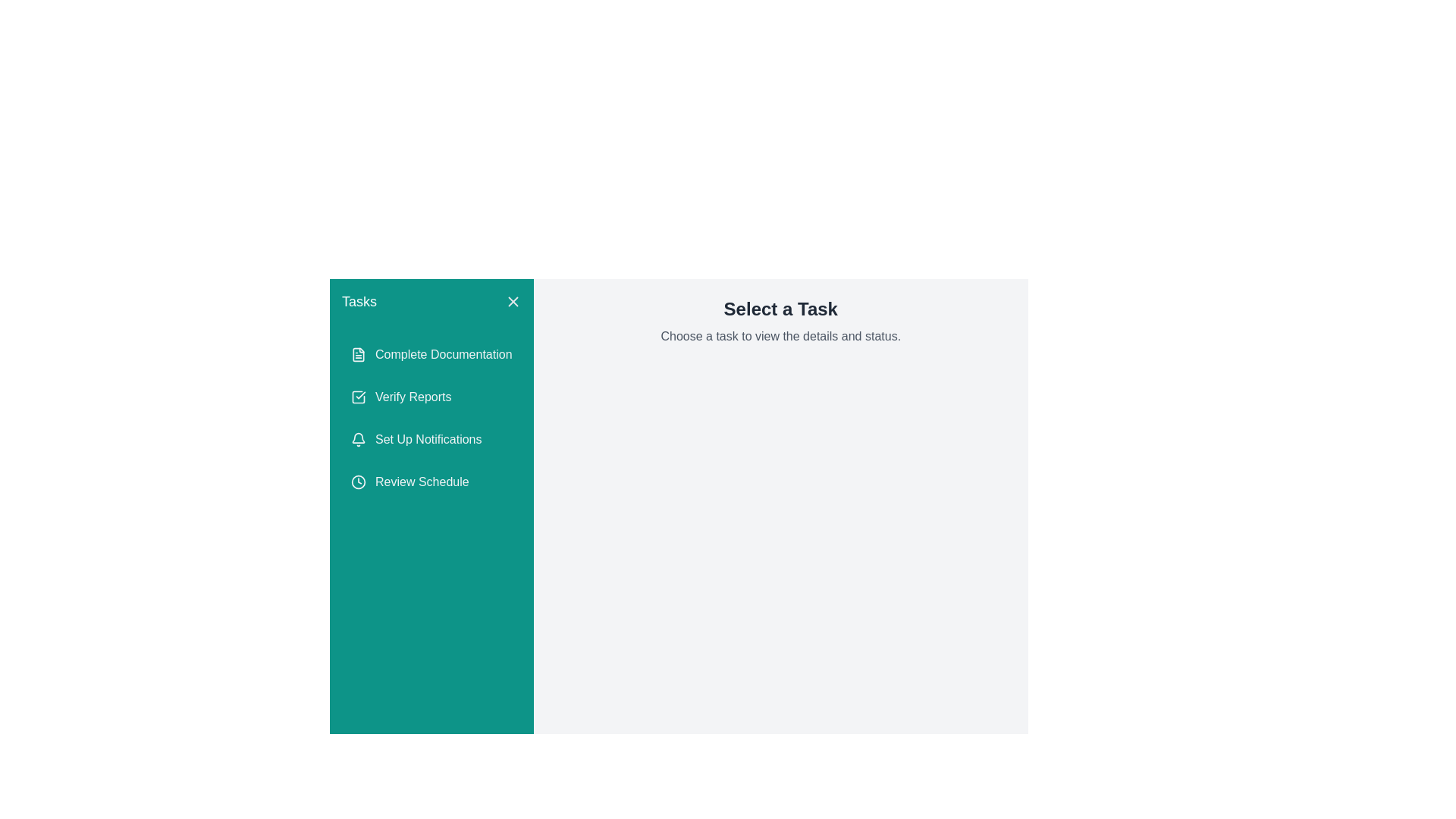 The height and width of the screenshot is (819, 1456). I want to click on the 'Review Schedule' text label, which is the last item in the task menu below 'Set Up Notifications', so click(422, 482).